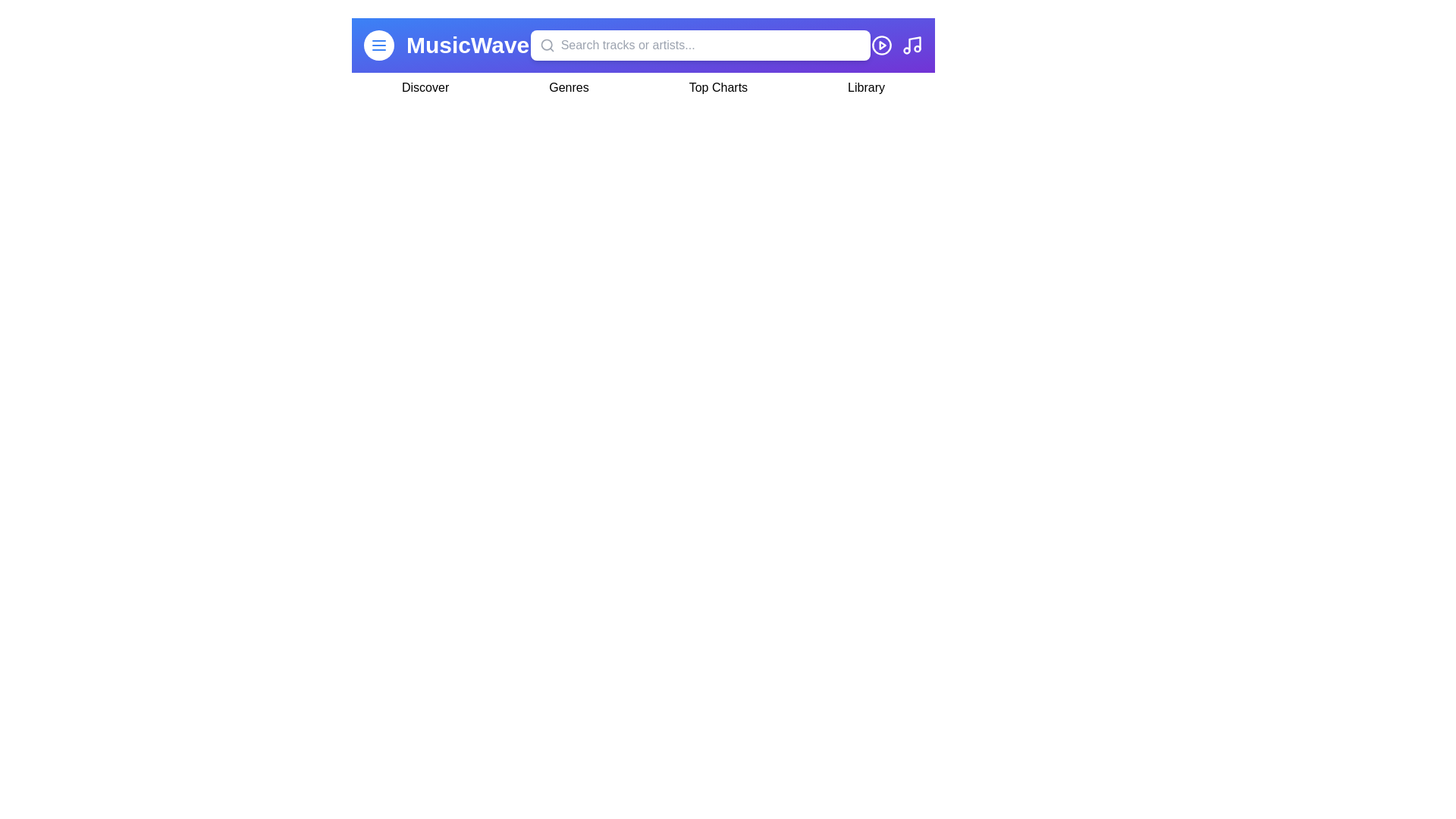  What do you see at coordinates (425, 87) in the screenshot?
I see `the navigation item Discover by clicking on it` at bounding box center [425, 87].